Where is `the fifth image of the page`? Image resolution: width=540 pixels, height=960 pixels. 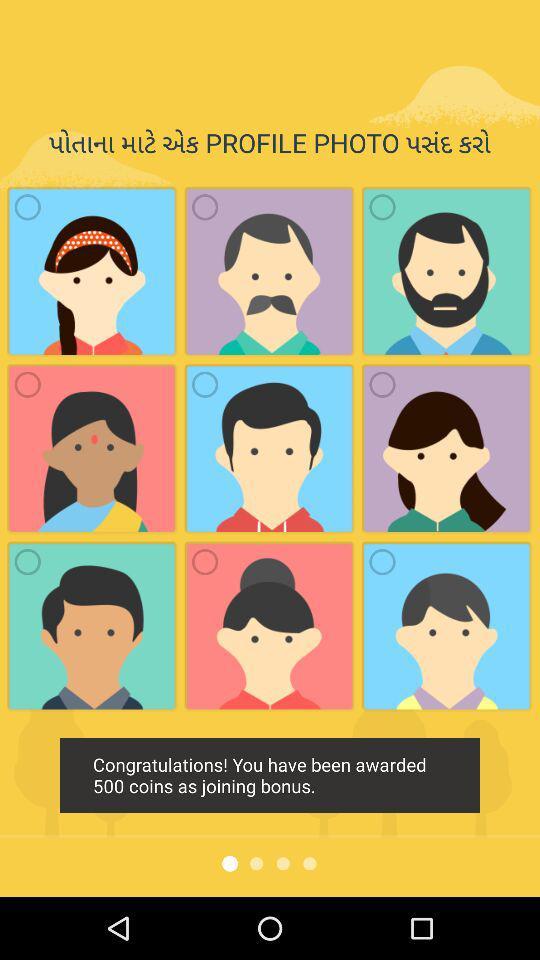
the fifth image of the page is located at coordinates (270, 448).